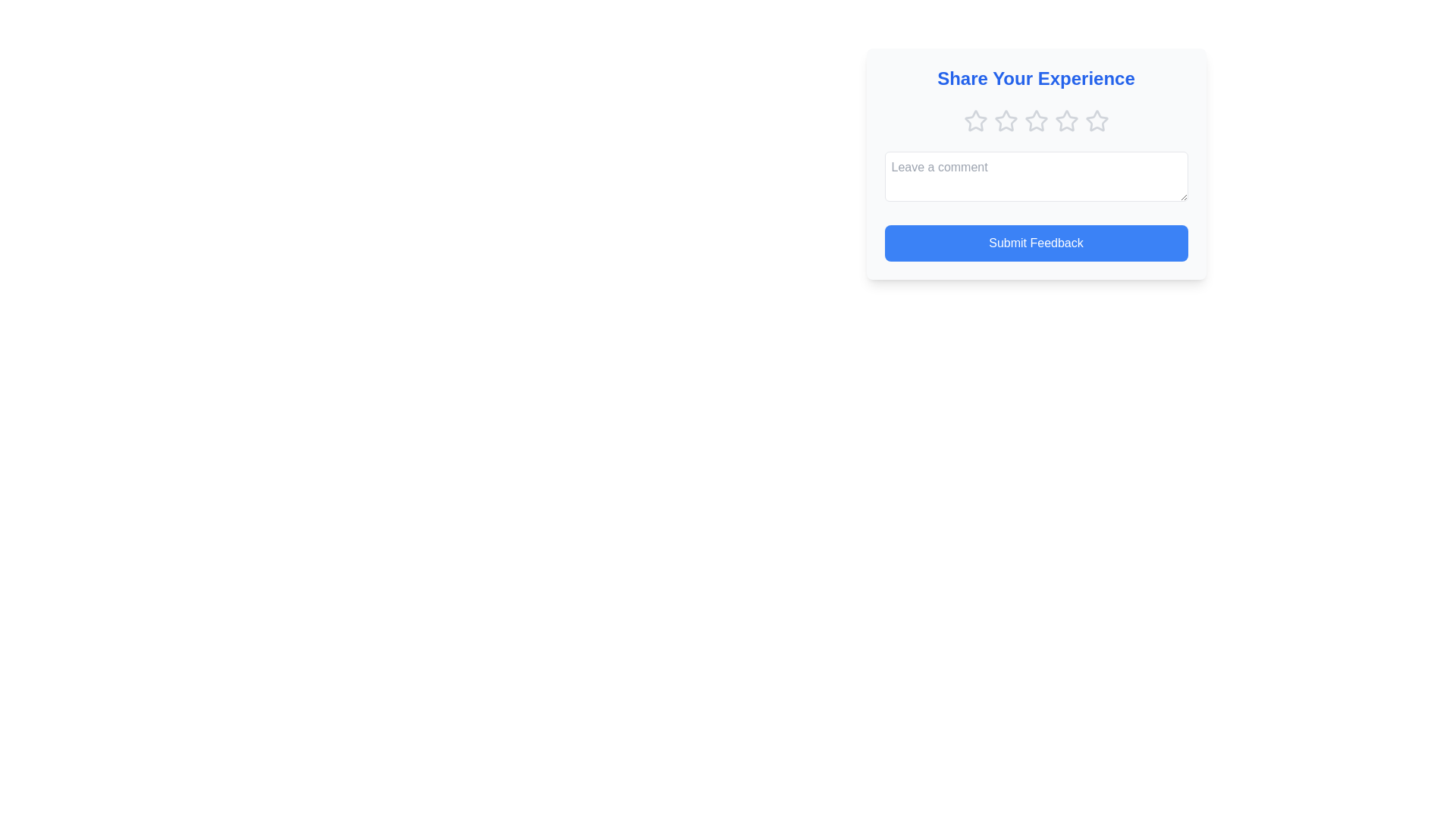 The image size is (1456, 819). What do you see at coordinates (1097, 120) in the screenshot?
I see `the fifth star icon with a gray outline used for ratings in the modal titled 'Share Your Experience'` at bounding box center [1097, 120].